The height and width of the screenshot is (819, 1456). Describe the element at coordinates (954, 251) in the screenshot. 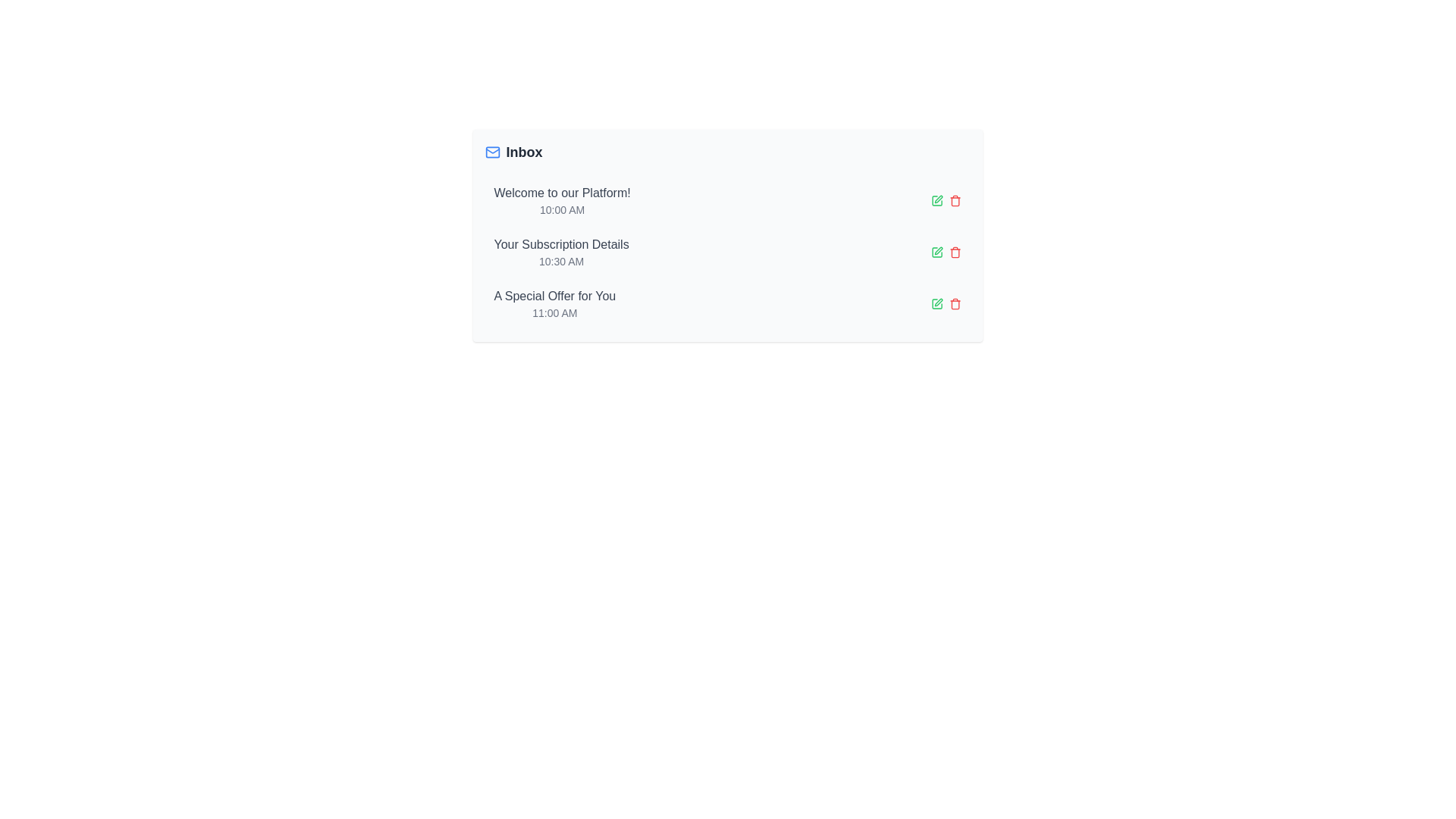

I see `the delete icon button located to the right of the green edit icon, associated with the 'Your Subscription Details' entry` at that location.